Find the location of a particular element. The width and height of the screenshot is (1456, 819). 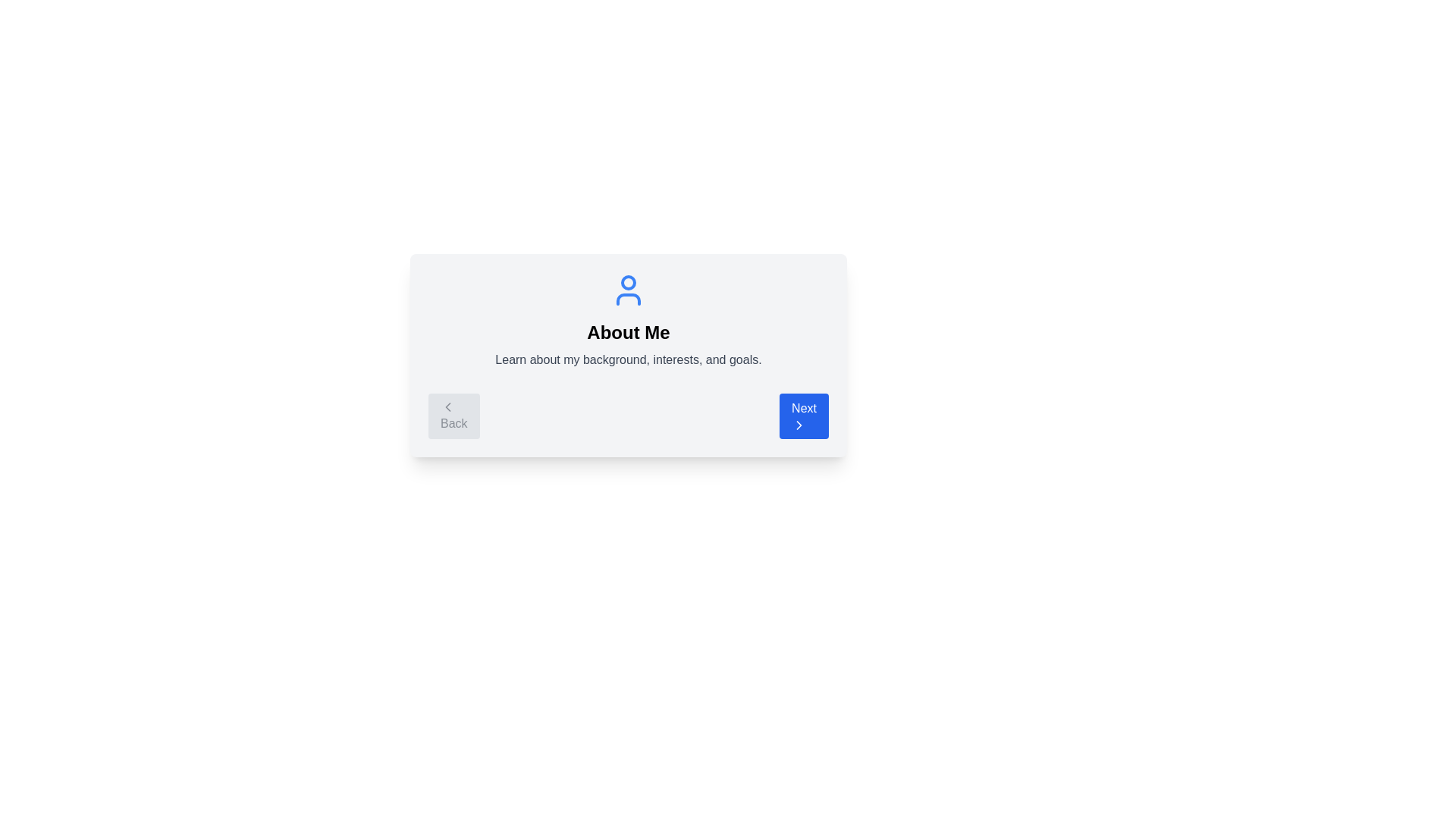

the arrow icon within the 'Next' button located at the upper-right corner of the blue rectangular button in the bottom-right area of the card UI component is located at coordinates (799, 425).